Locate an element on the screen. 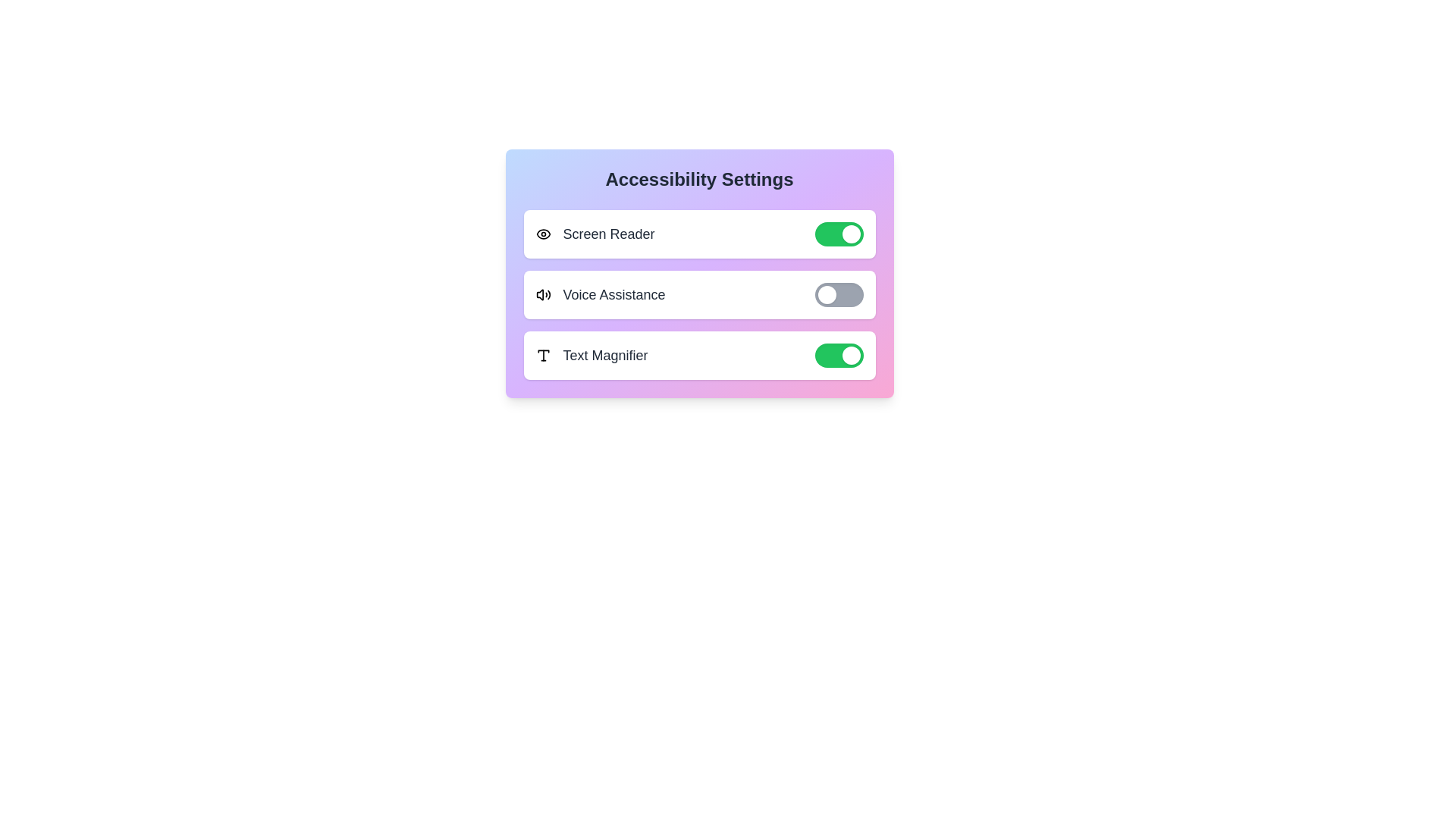 This screenshot has width=1456, height=819. the icon associated with the 'Screen Reader' option to view its details is located at coordinates (543, 234).